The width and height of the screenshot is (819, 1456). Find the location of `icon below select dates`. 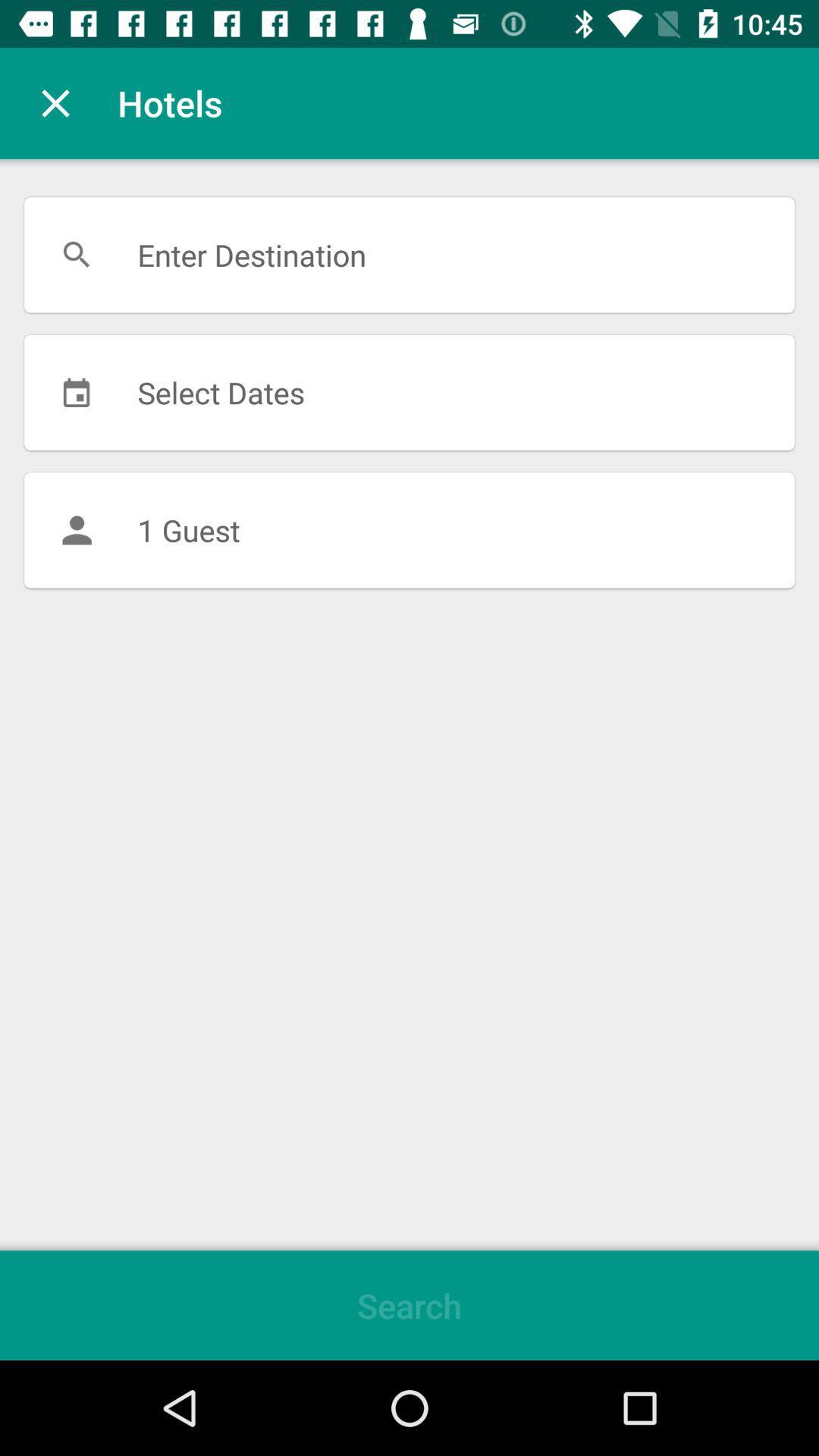

icon below select dates is located at coordinates (409, 530).